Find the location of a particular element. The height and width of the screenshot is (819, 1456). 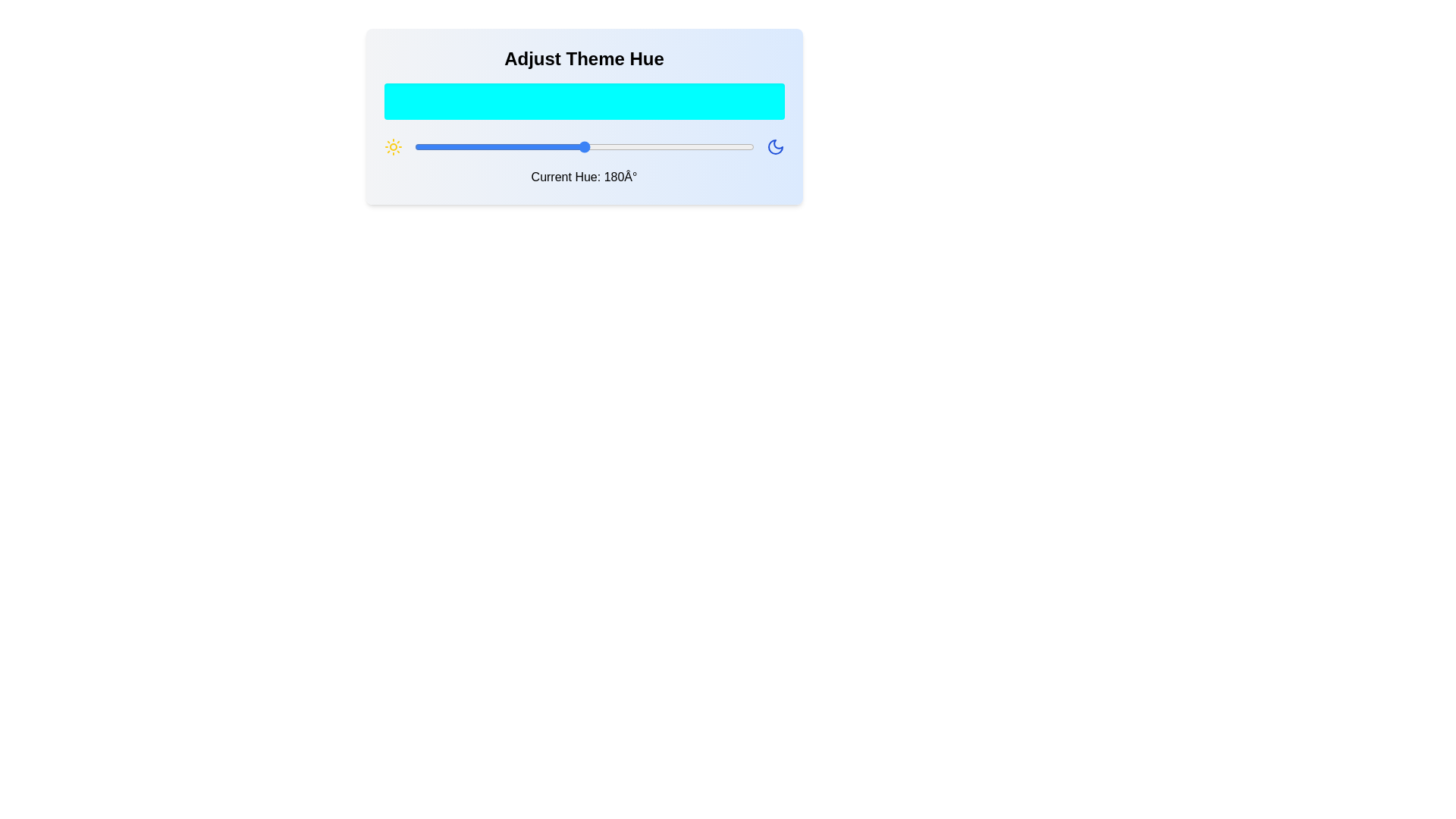

the hue to 291 degrees by dragging the slider is located at coordinates (688, 146).